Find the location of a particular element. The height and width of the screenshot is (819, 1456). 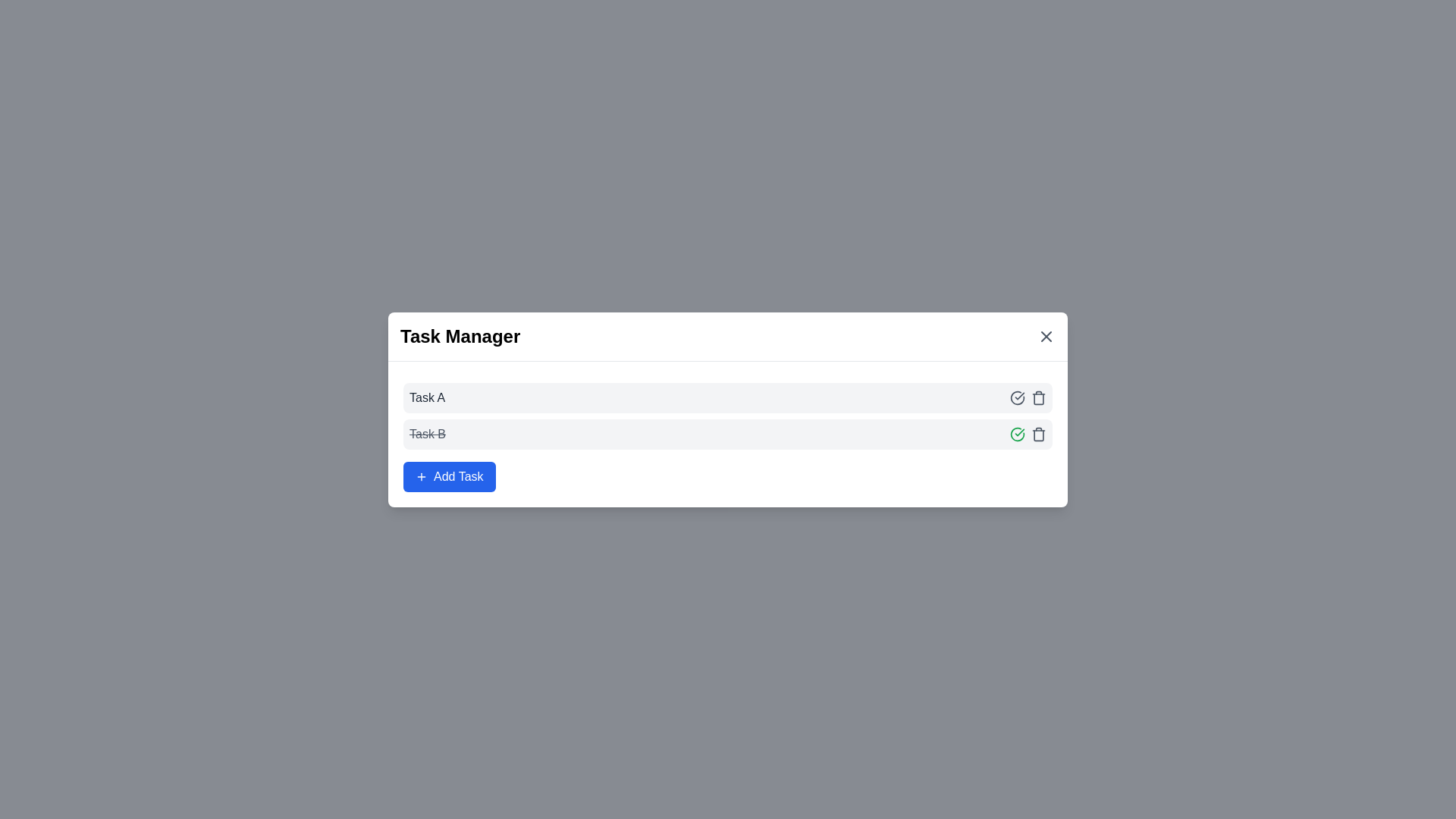

the green checkmark icon located adjacent to the right of the text box labeled 'Task B' in the task list is located at coordinates (1018, 433).